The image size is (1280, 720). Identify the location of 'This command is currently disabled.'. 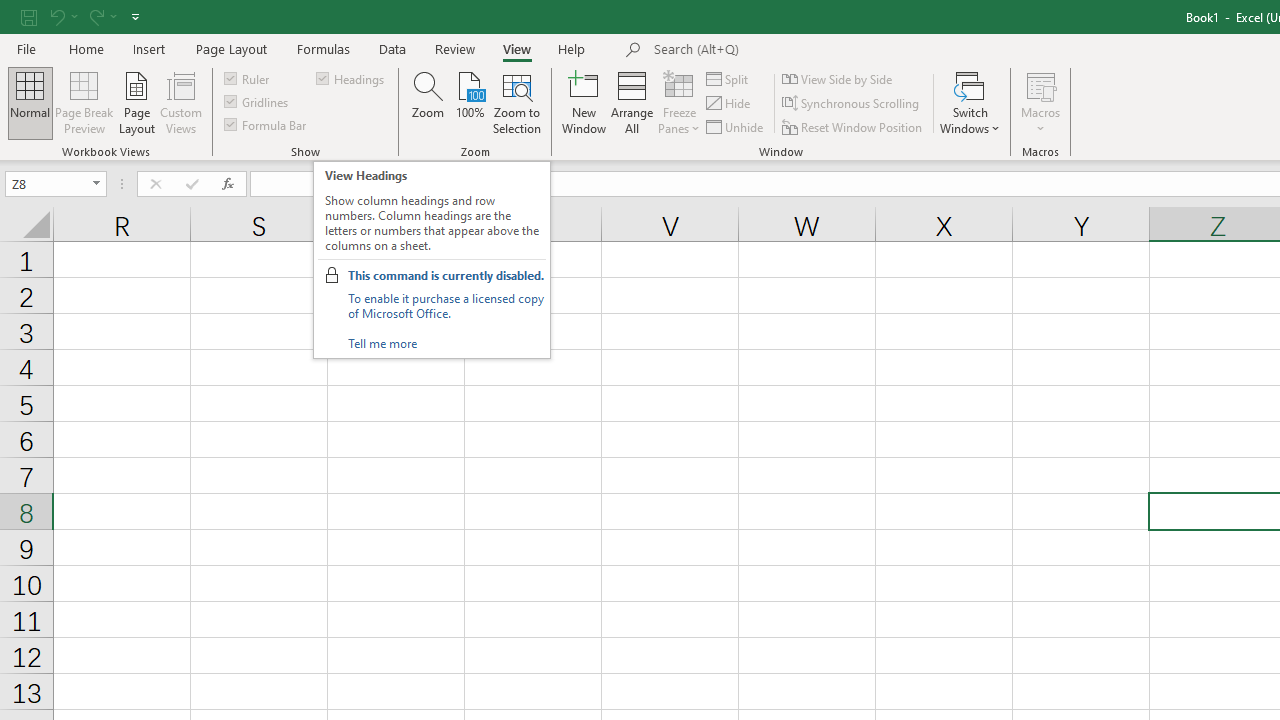
(445, 275).